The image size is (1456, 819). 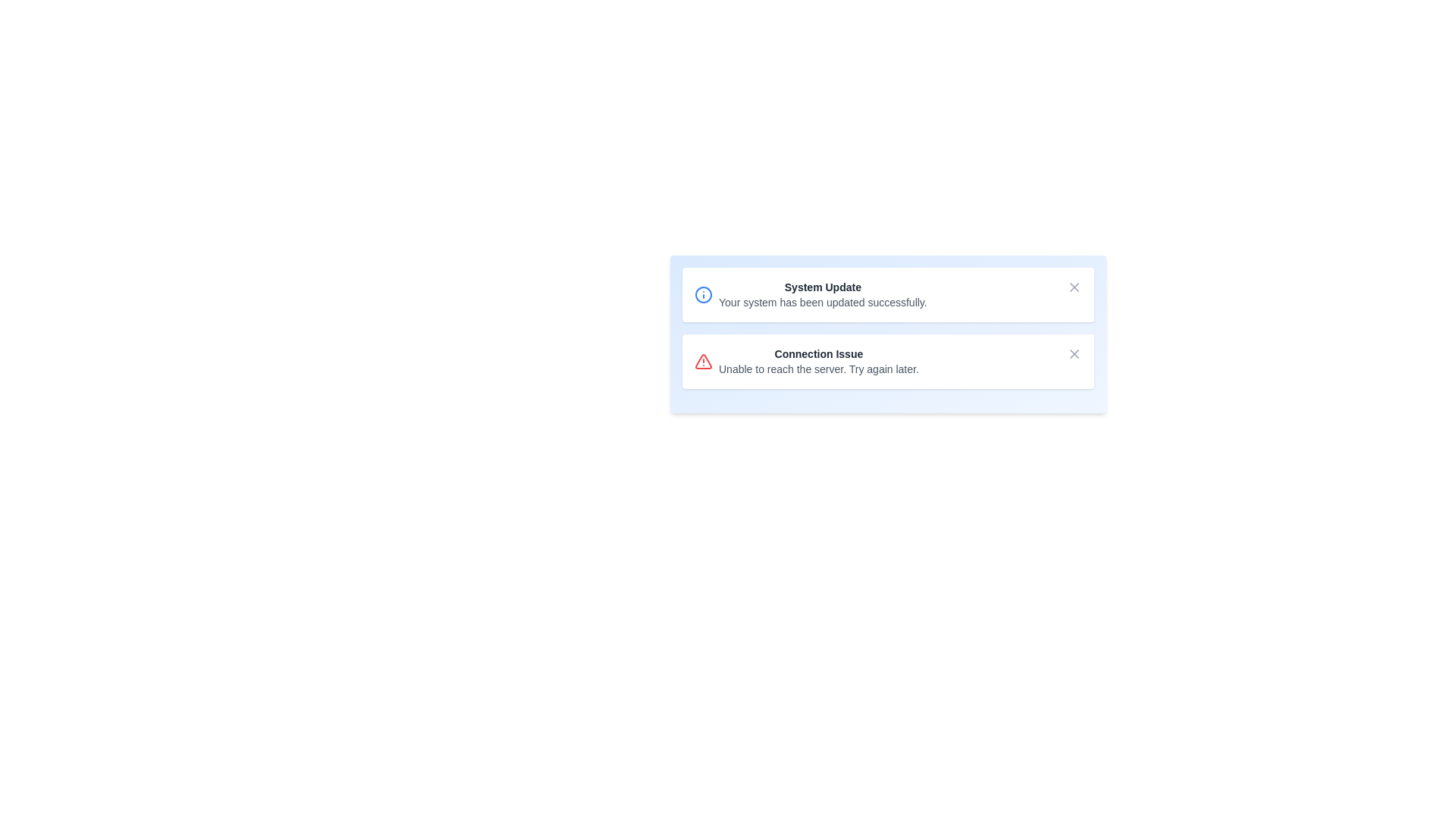 I want to click on close button for the notification titled 'System Update', so click(x=1073, y=287).